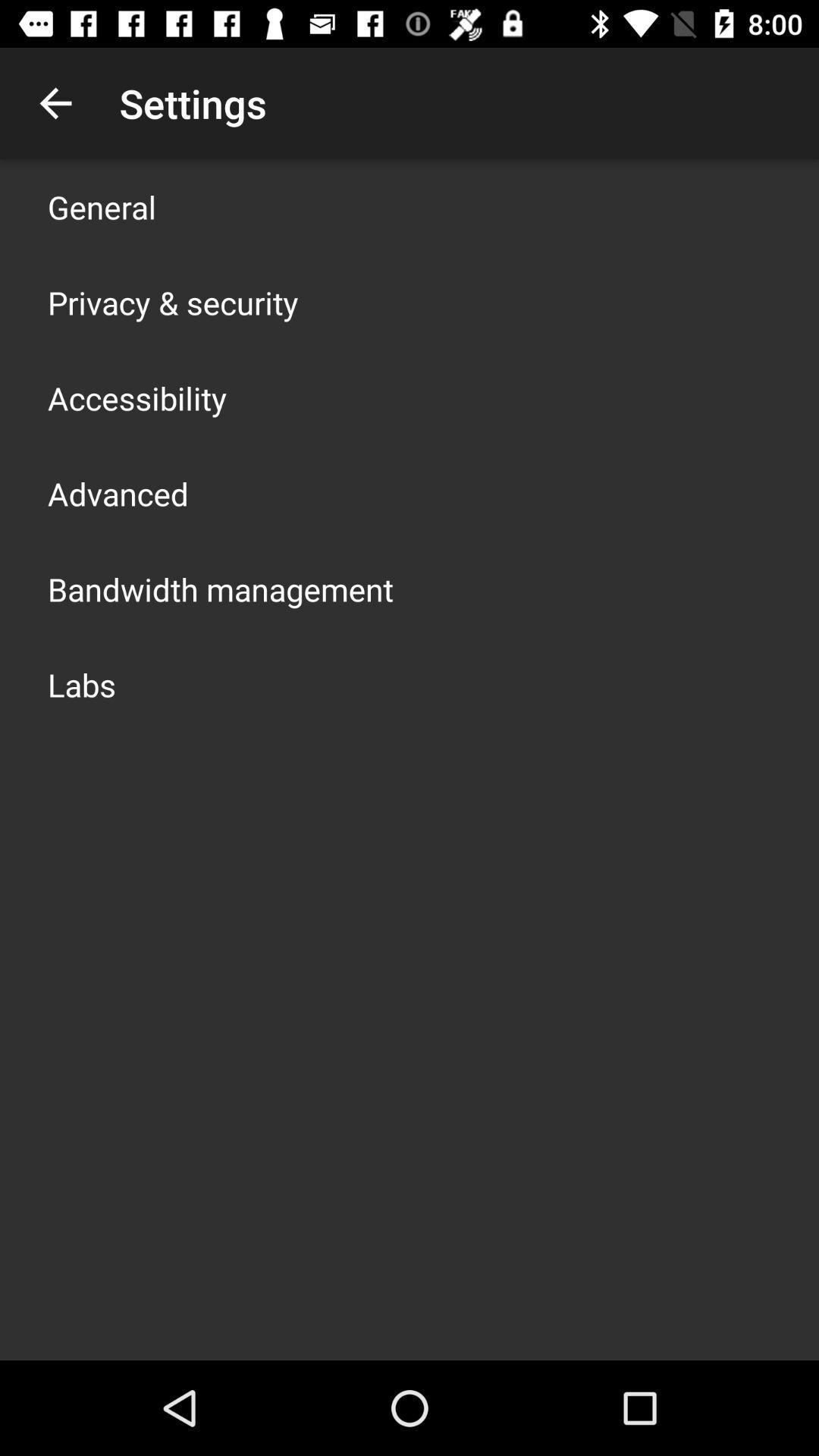  What do you see at coordinates (82, 683) in the screenshot?
I see `the icon below the bandwidth management app` at bounding box center [82, 683].